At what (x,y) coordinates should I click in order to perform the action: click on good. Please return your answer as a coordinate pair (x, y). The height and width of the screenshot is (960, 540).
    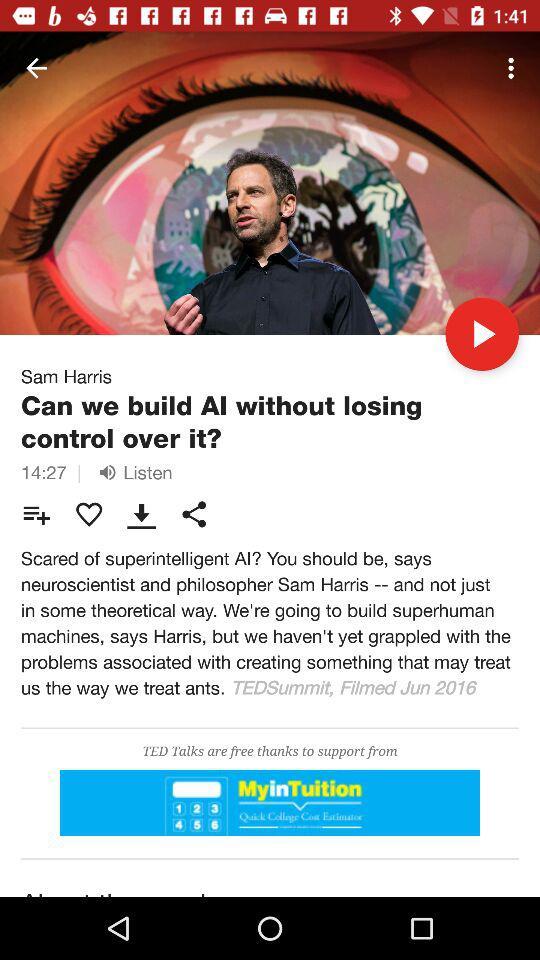
    Looking at the image, I should click on (270, 803).